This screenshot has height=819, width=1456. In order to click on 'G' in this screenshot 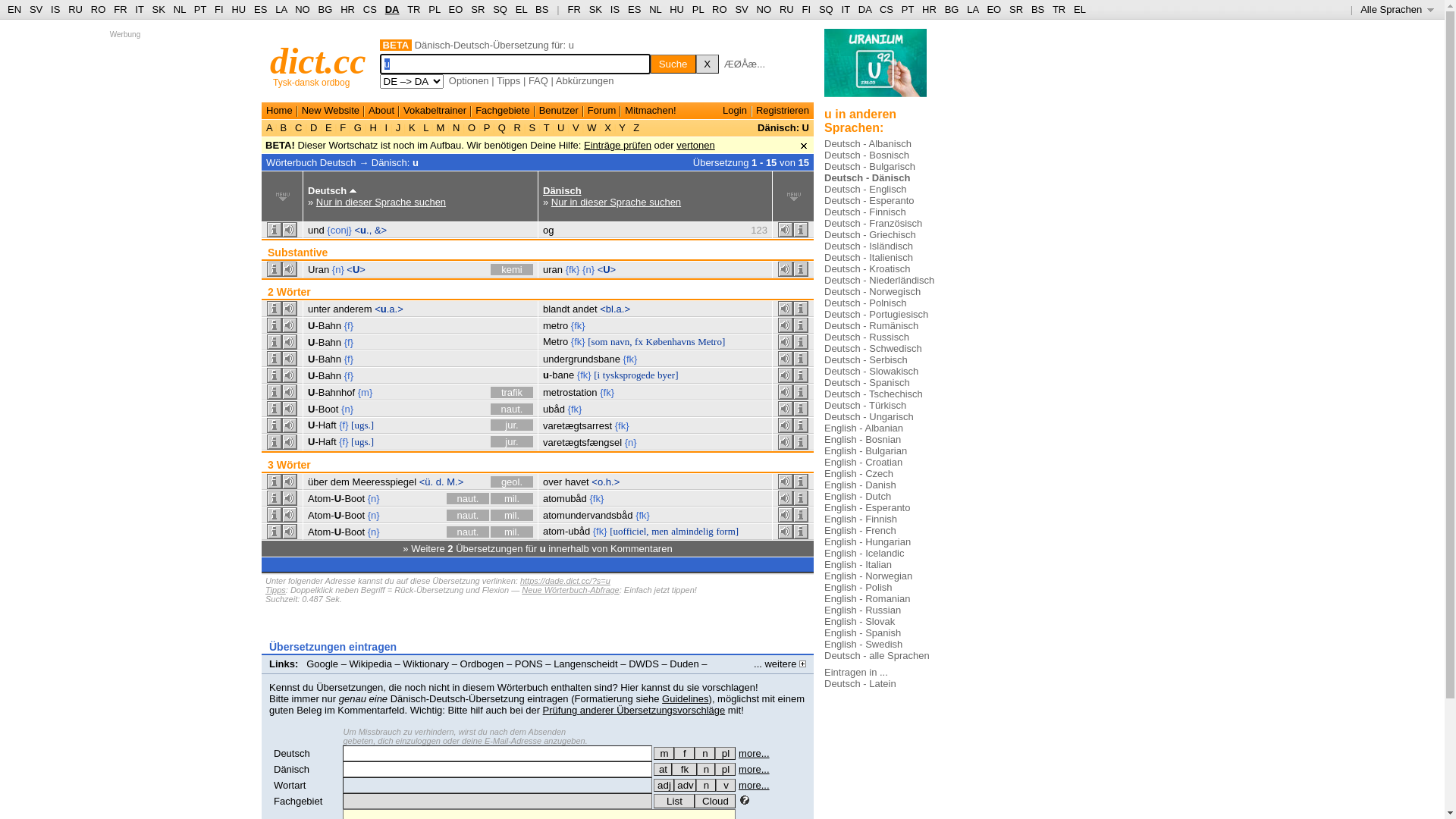, I will do `click(356, 127)`.